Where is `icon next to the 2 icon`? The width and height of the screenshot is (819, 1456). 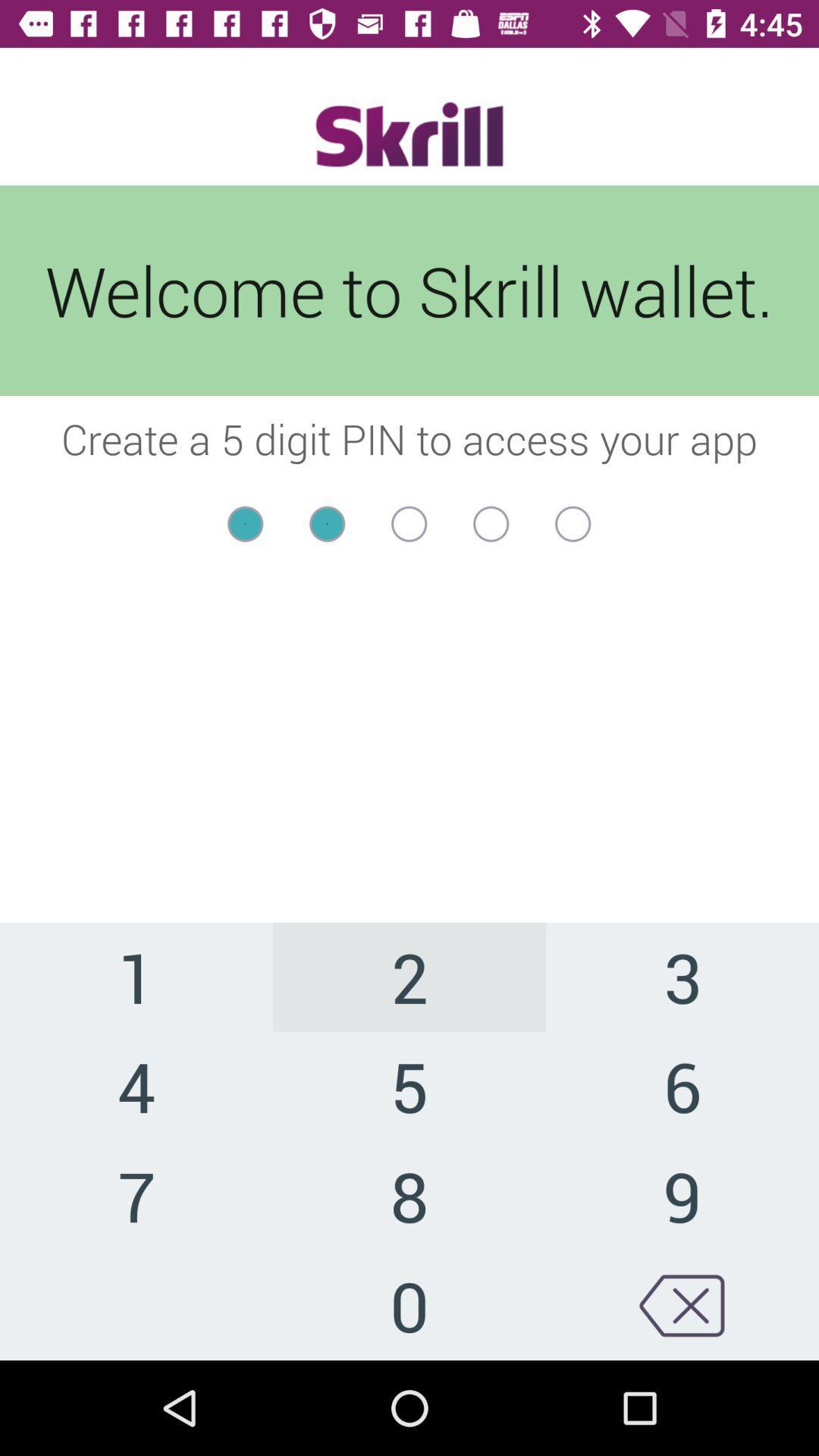 icon next to the 2 icon is located at coordinates (681, 1085).